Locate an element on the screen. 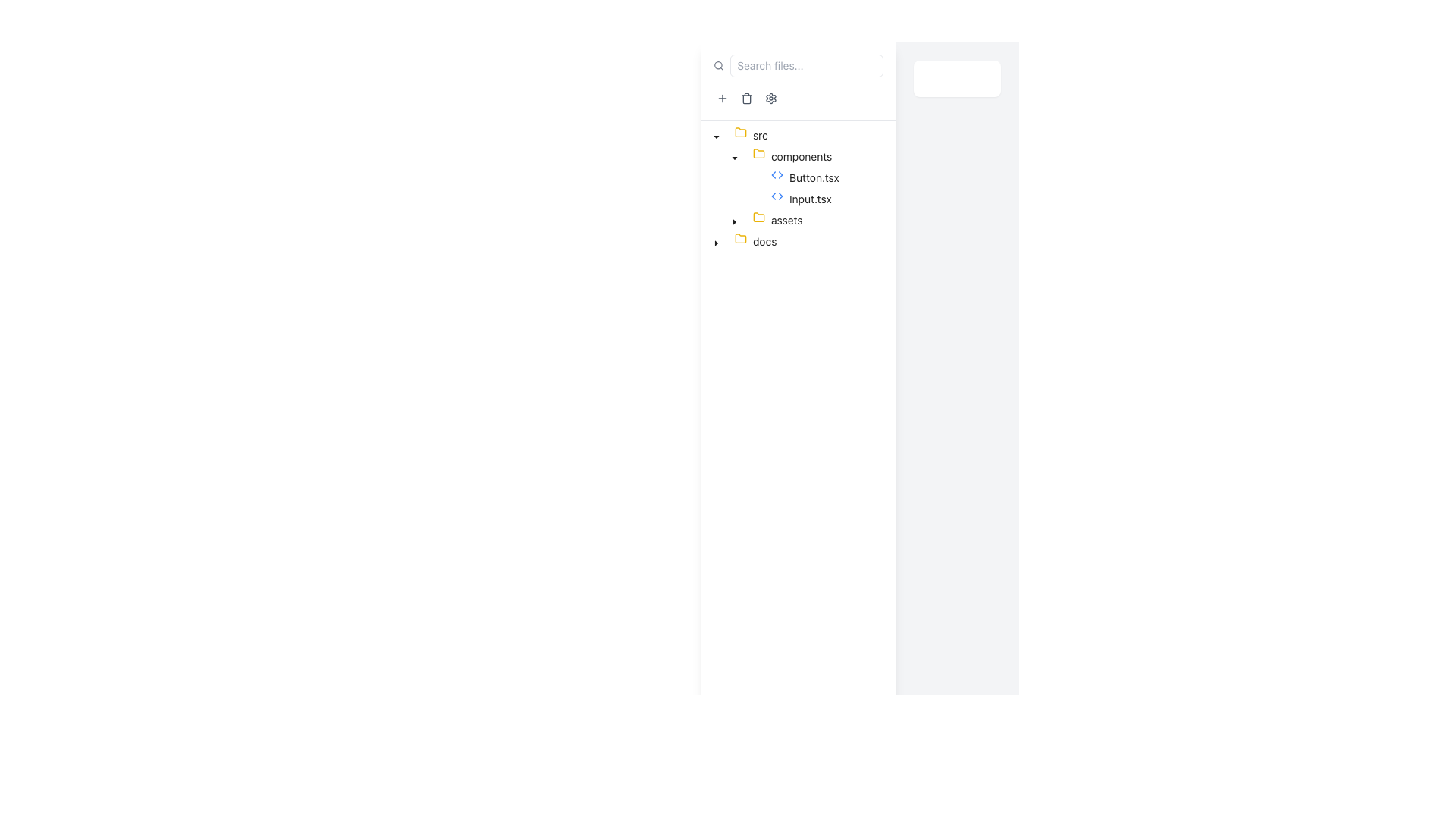 The image size is (1456, 819). the list item labeled 'Input.tsx' with a code symbol icon is located at coordinates (800, 198).